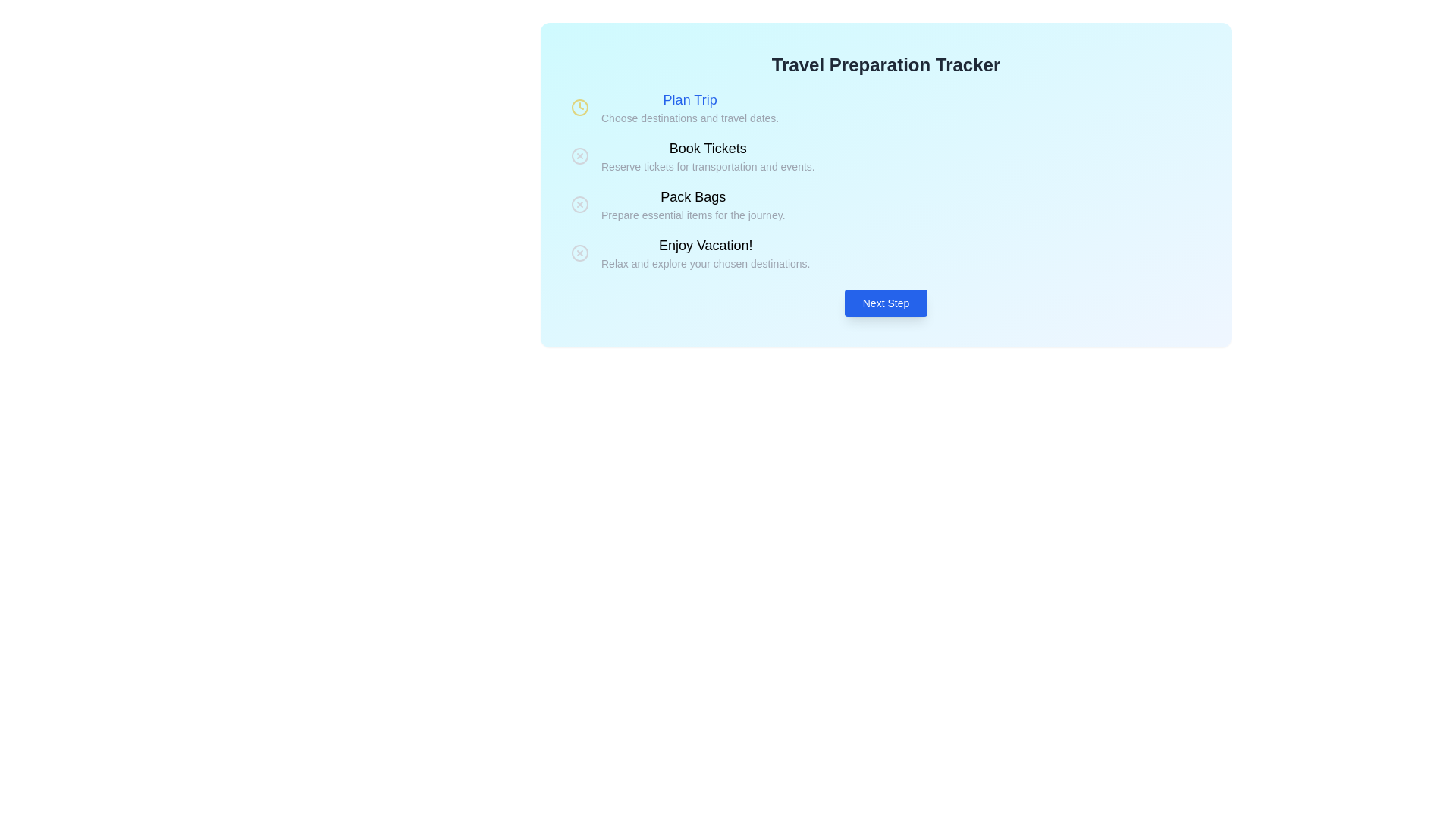 The image size is (1456, 819). Describe the element at coordinates (886, 155) in the screenshot. I see `the informational section about reserving tickets for transportation and events, which is the second item in the 'Travel Preparation Tracker' list` at that location.